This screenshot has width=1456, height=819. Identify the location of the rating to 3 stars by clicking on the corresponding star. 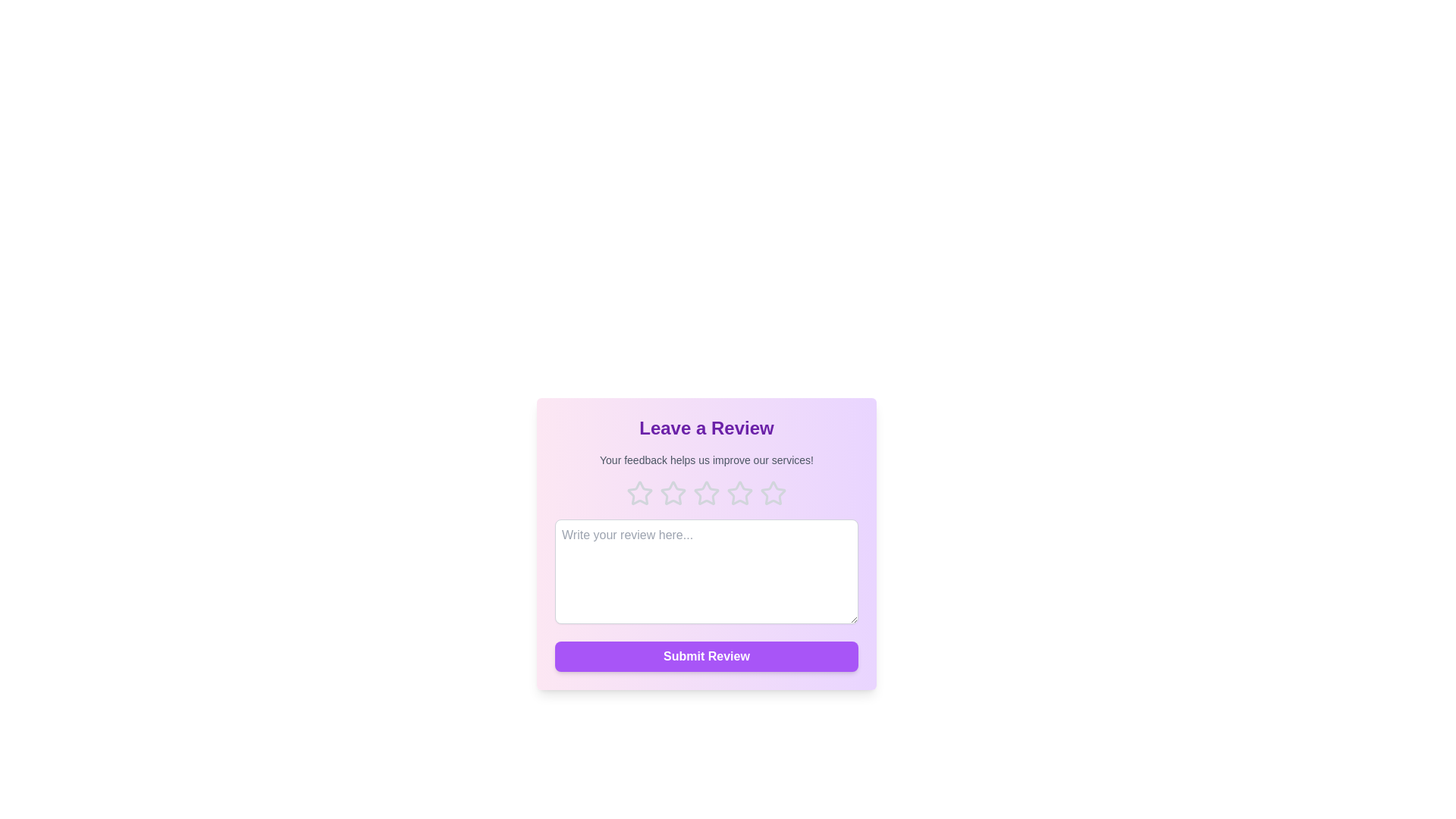
(705, 494).